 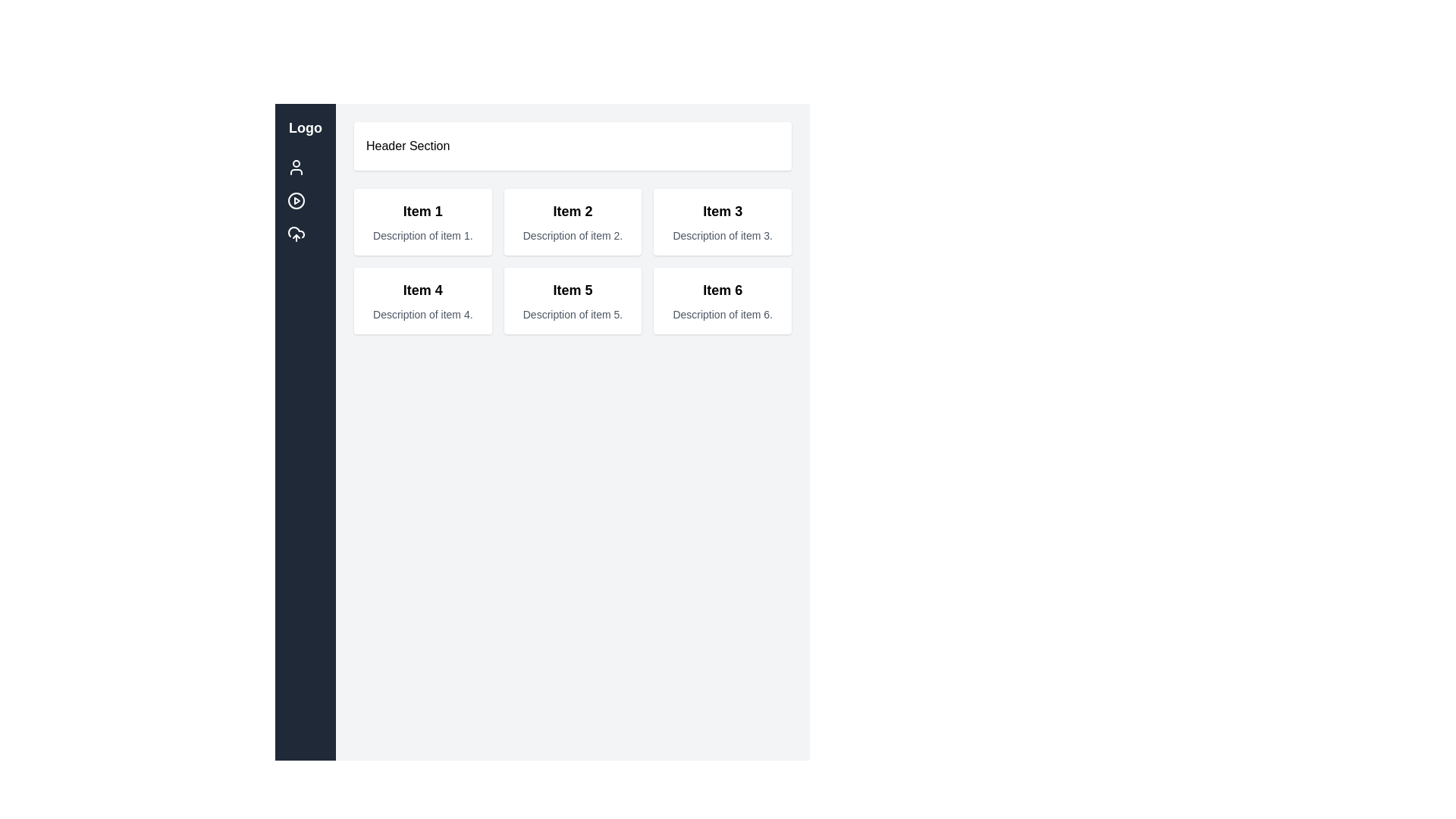 I want to click on the upload icon located in the sidebar navigation panel, positioned third in the vertical list of icons, so click(x=296, y=232).